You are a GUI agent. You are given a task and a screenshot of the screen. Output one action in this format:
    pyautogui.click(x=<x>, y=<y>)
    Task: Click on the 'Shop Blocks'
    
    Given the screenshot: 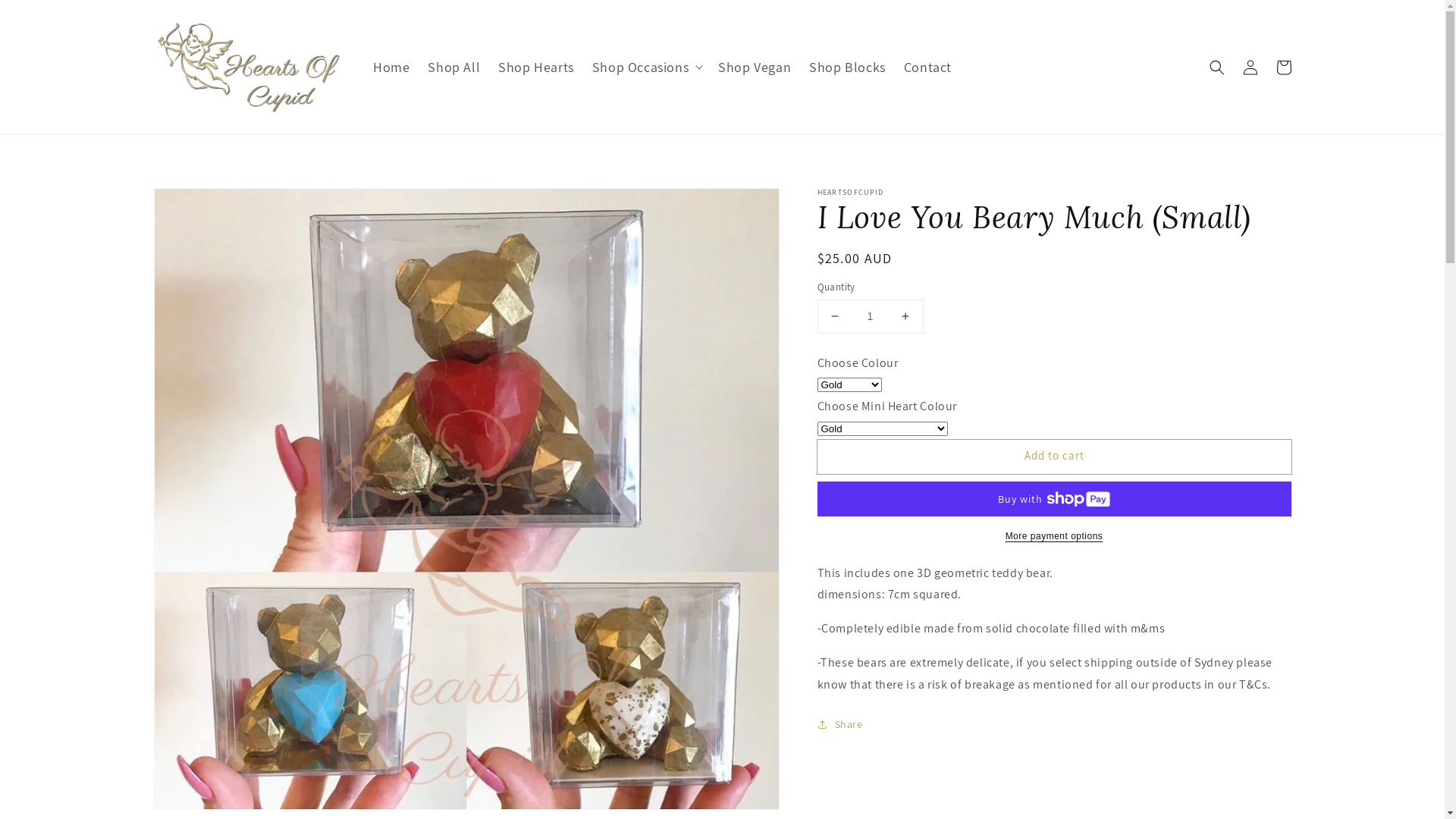 What is the action you would take?
    pyautogui.click(x=799, y=66)
    